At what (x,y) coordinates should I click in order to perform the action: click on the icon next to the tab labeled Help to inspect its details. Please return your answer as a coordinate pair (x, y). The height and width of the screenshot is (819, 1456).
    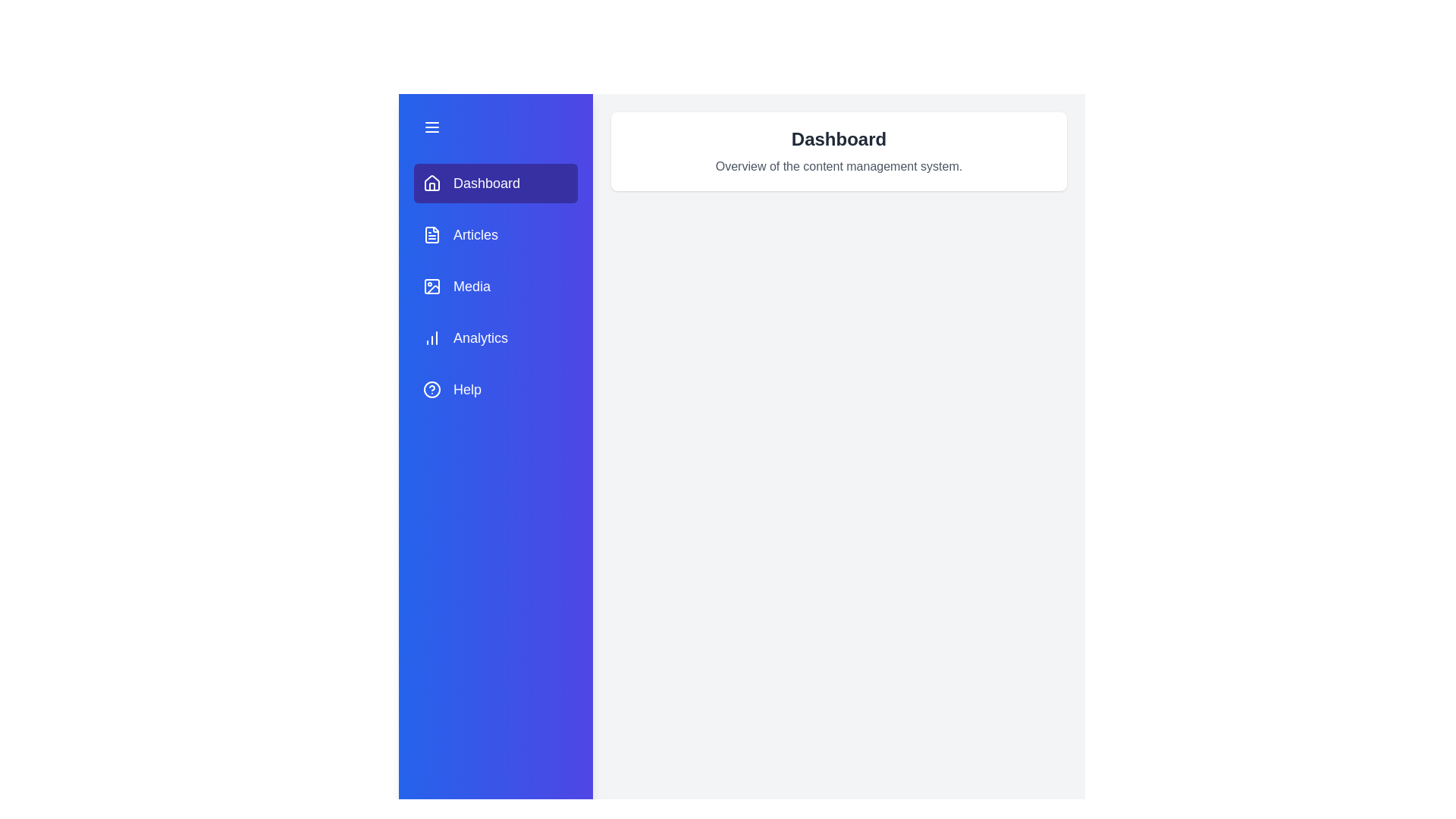
    Looking at the image, I should click on (431, 388).